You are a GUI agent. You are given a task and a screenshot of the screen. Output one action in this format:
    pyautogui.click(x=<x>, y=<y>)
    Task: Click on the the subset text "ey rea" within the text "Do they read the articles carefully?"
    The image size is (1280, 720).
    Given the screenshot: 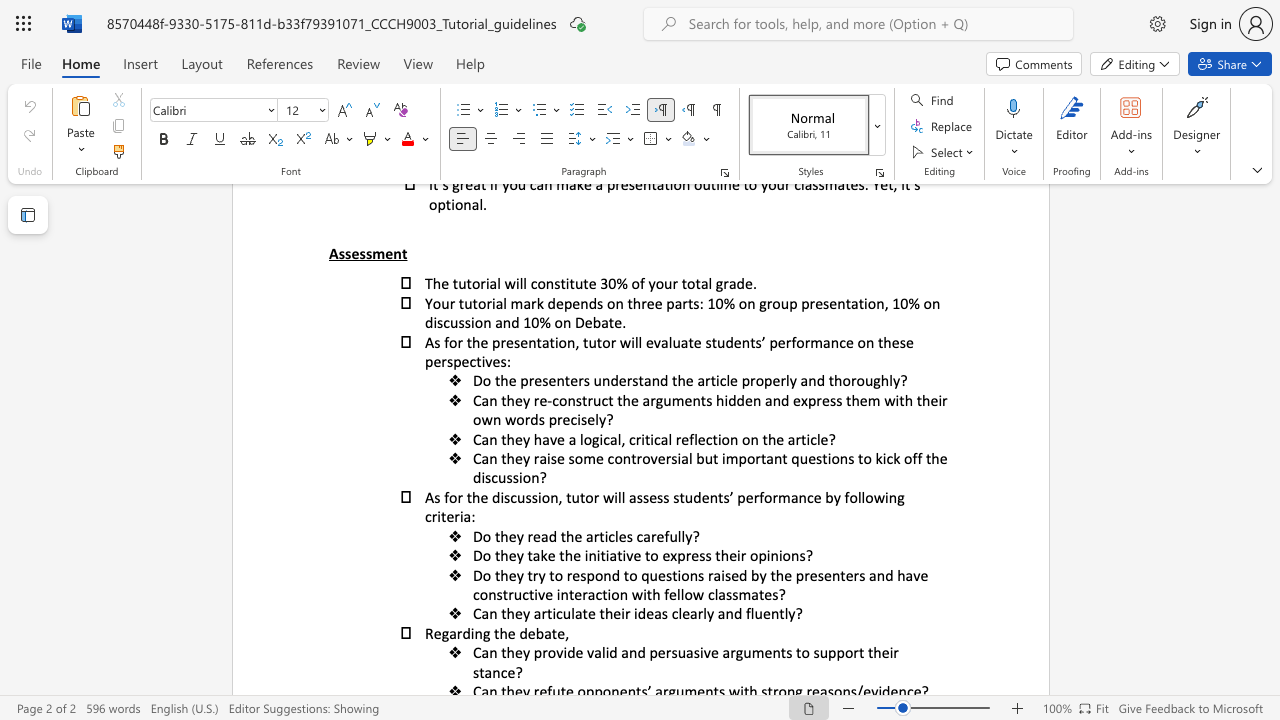 What is the action you would take?
    pyautogui.click(x=508, y=535)
    